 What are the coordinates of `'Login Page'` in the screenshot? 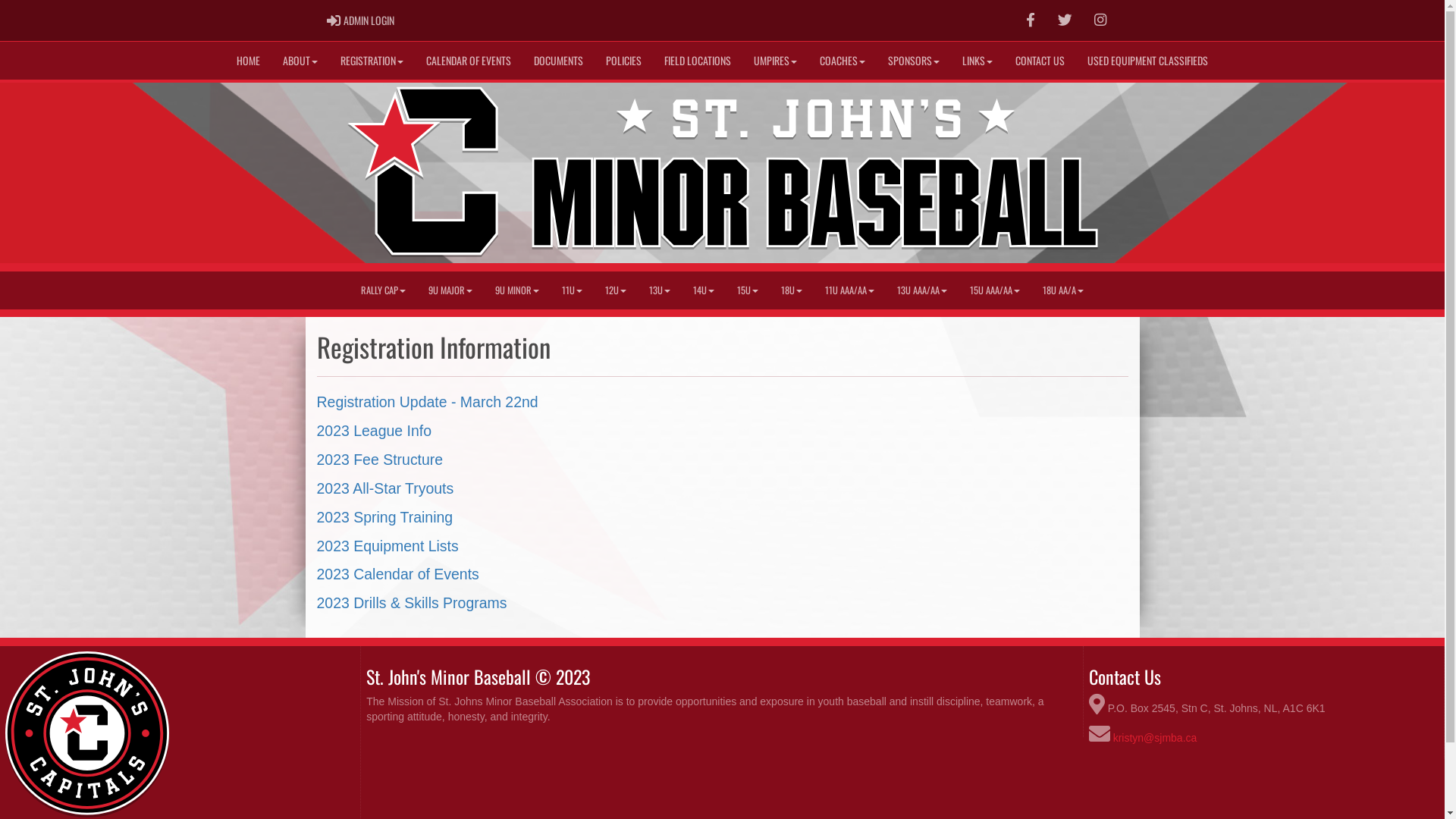 It's located at (332, 20).